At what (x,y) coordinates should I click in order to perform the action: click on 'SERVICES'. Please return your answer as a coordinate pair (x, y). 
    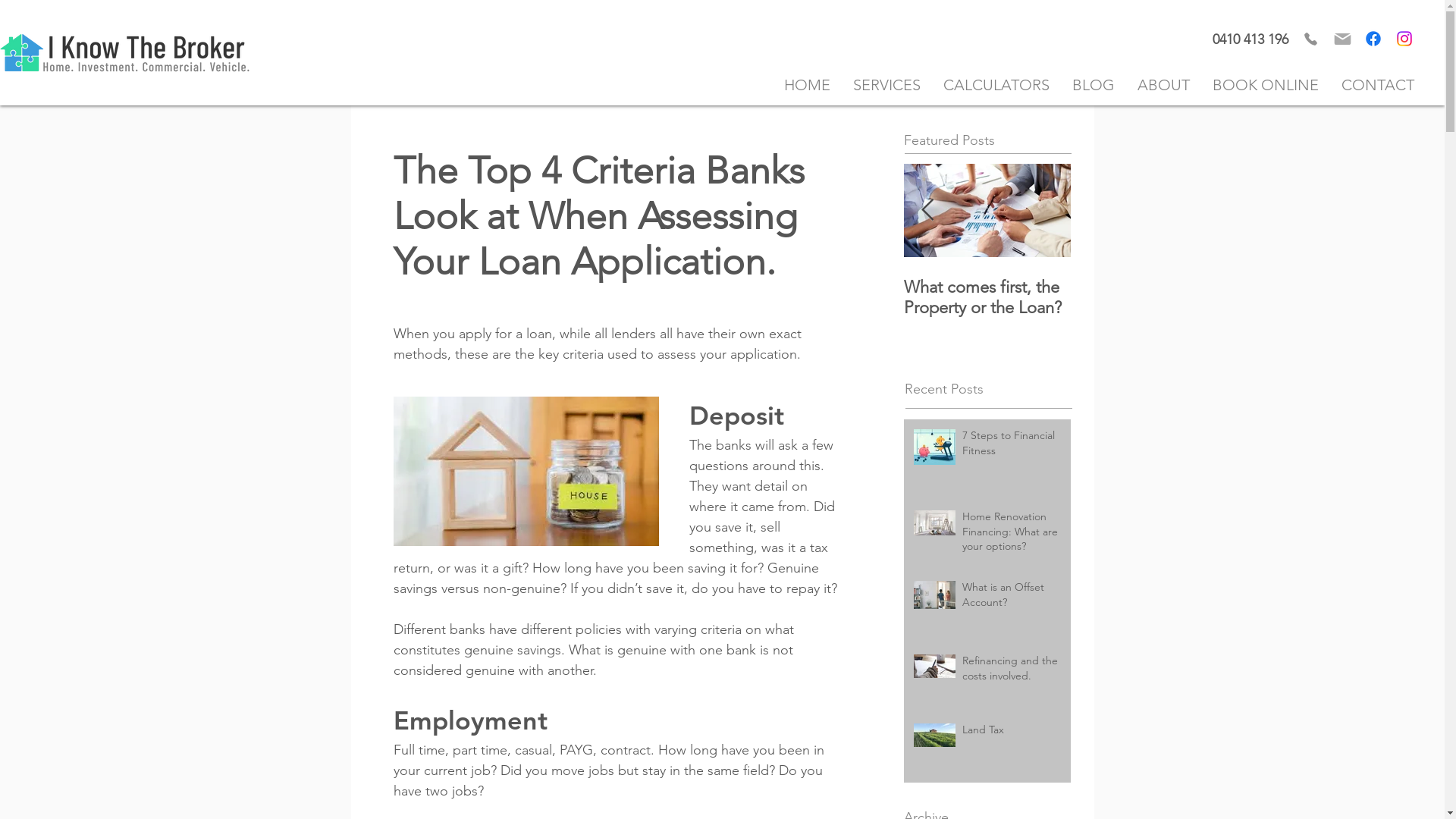
    Looking at the image, I should click on (886, 84).